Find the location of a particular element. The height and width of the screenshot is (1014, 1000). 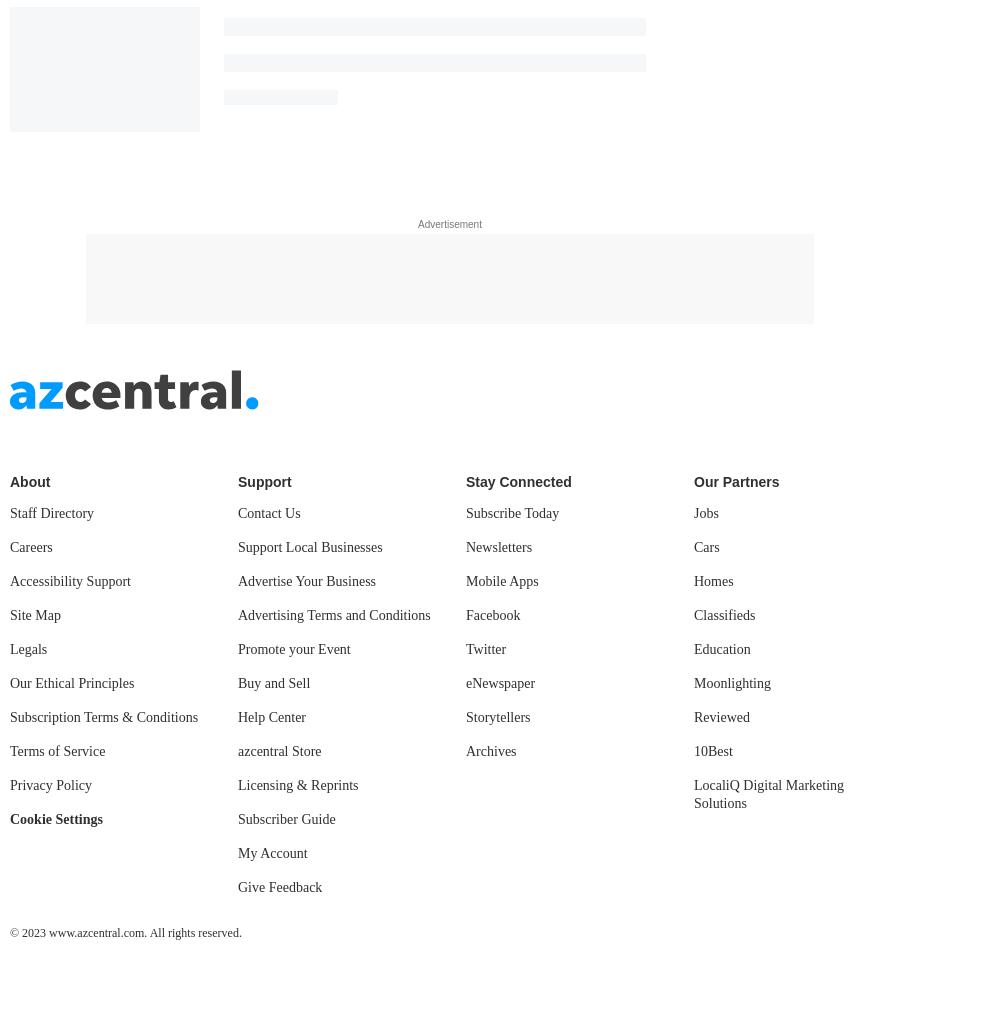

'Mobile Apps' is located at coordinates (502, 579).